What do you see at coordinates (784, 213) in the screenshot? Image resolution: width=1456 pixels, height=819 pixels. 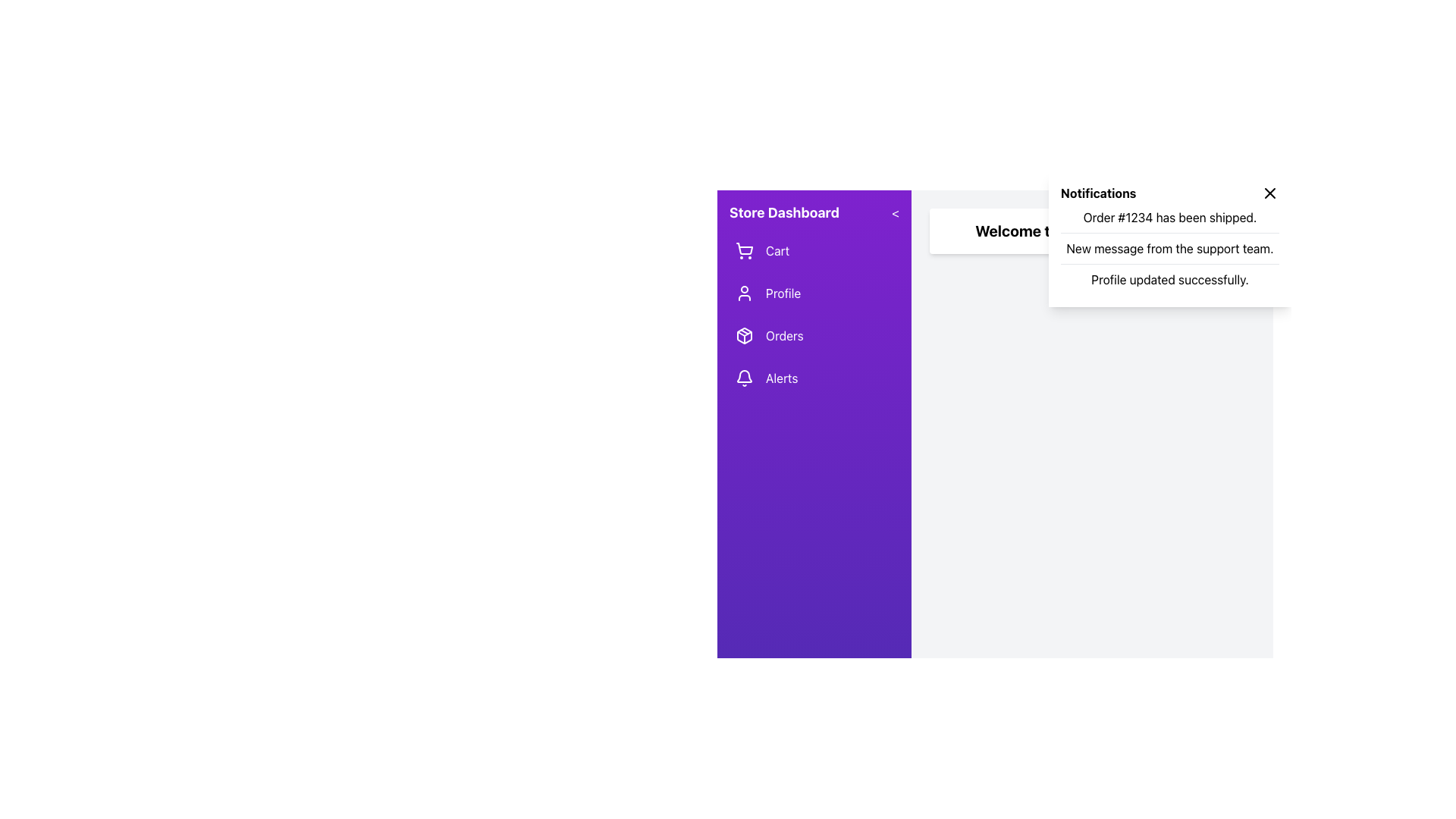 I see `the Text Label indicating the Store Dashboard section located in the upper-left corner of the purple sidebar` at bounding box center [784, 213].